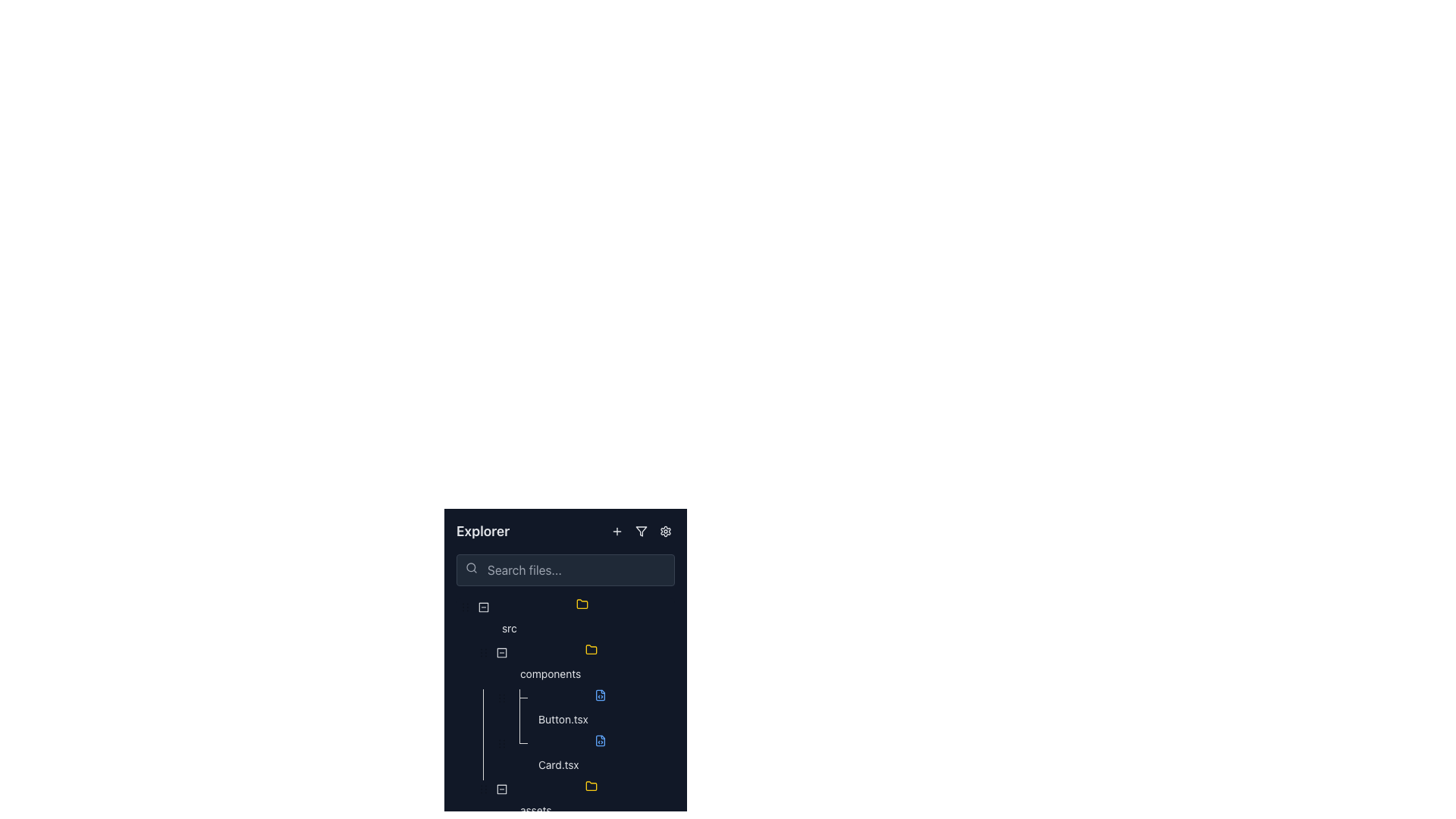  What do you see at coordinates (502, 742) in the screenshot?
I see `the small, circular graphical node located in the vertical hierarchical structure of the interface, positioned below the 'Button.tsx' node and above the 'Card.tsx' node within the 'components' folder` at bounding box center [502, 742].